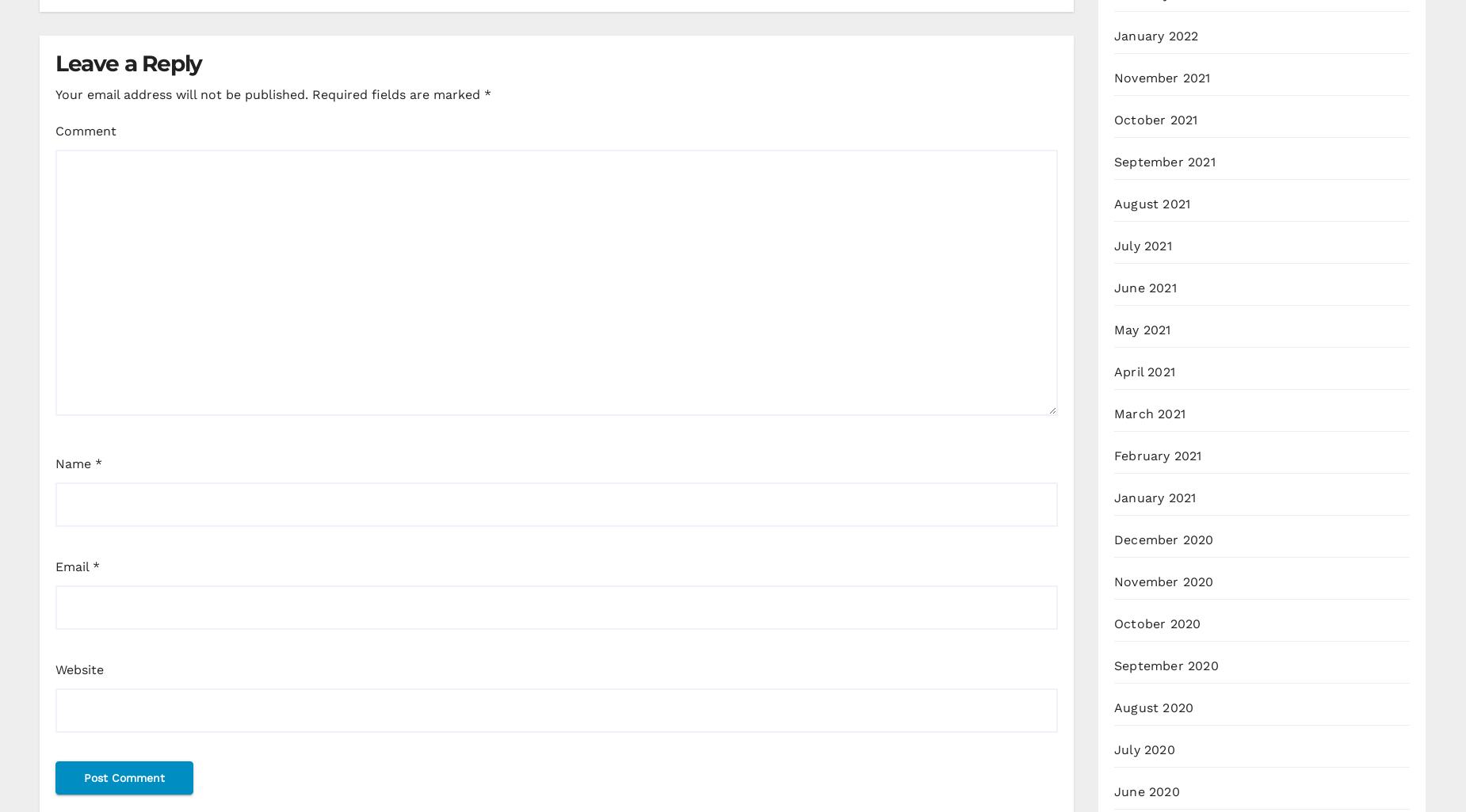 The height and width of the screenshot is (812, 1466). I want to click on 'June 2021', so click(1114, 287).